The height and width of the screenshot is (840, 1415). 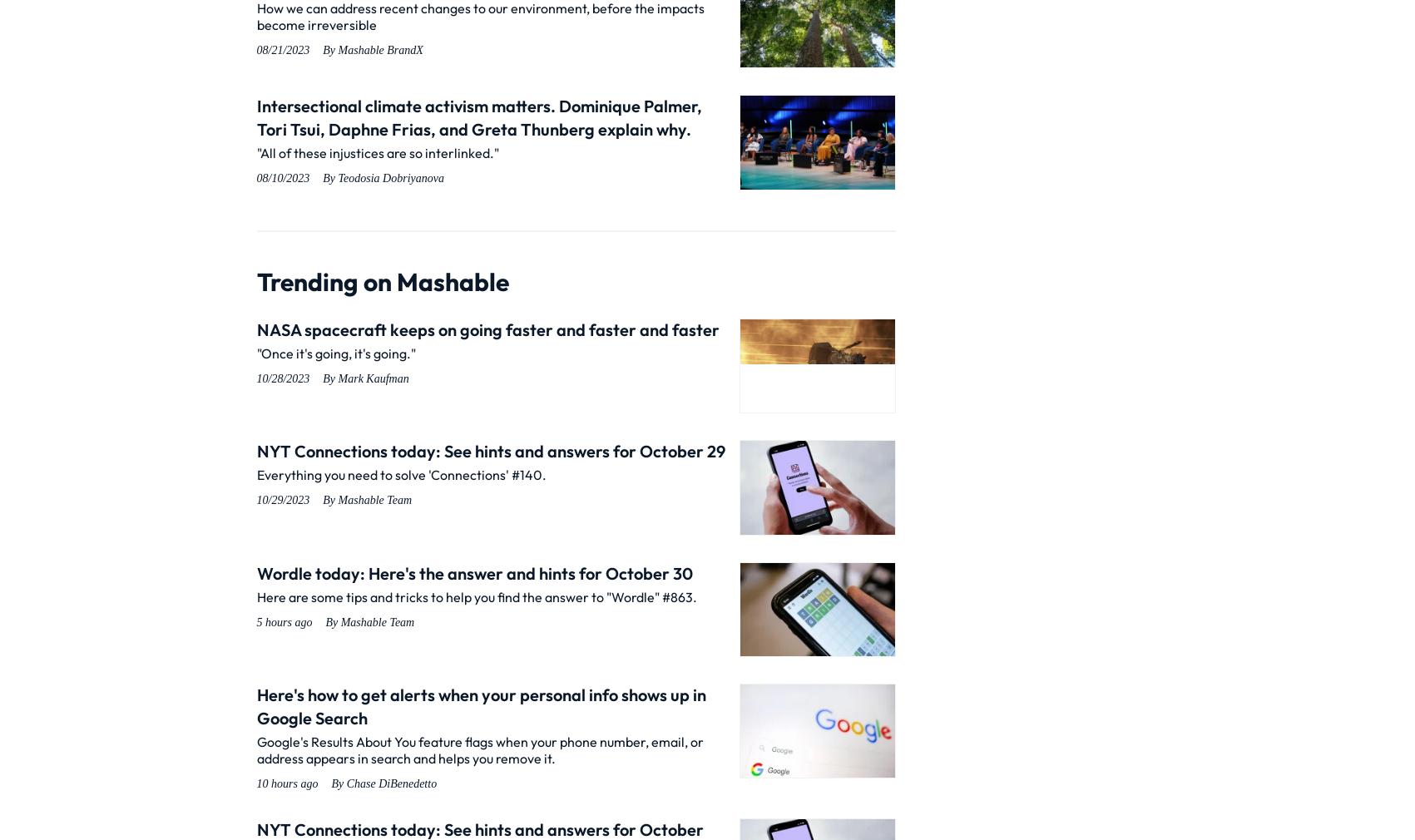 I want to click on 'Google's Results About You feature flags when your phone number, email, or address appears in search and helps you remove it.', so click(x=479, y=750).